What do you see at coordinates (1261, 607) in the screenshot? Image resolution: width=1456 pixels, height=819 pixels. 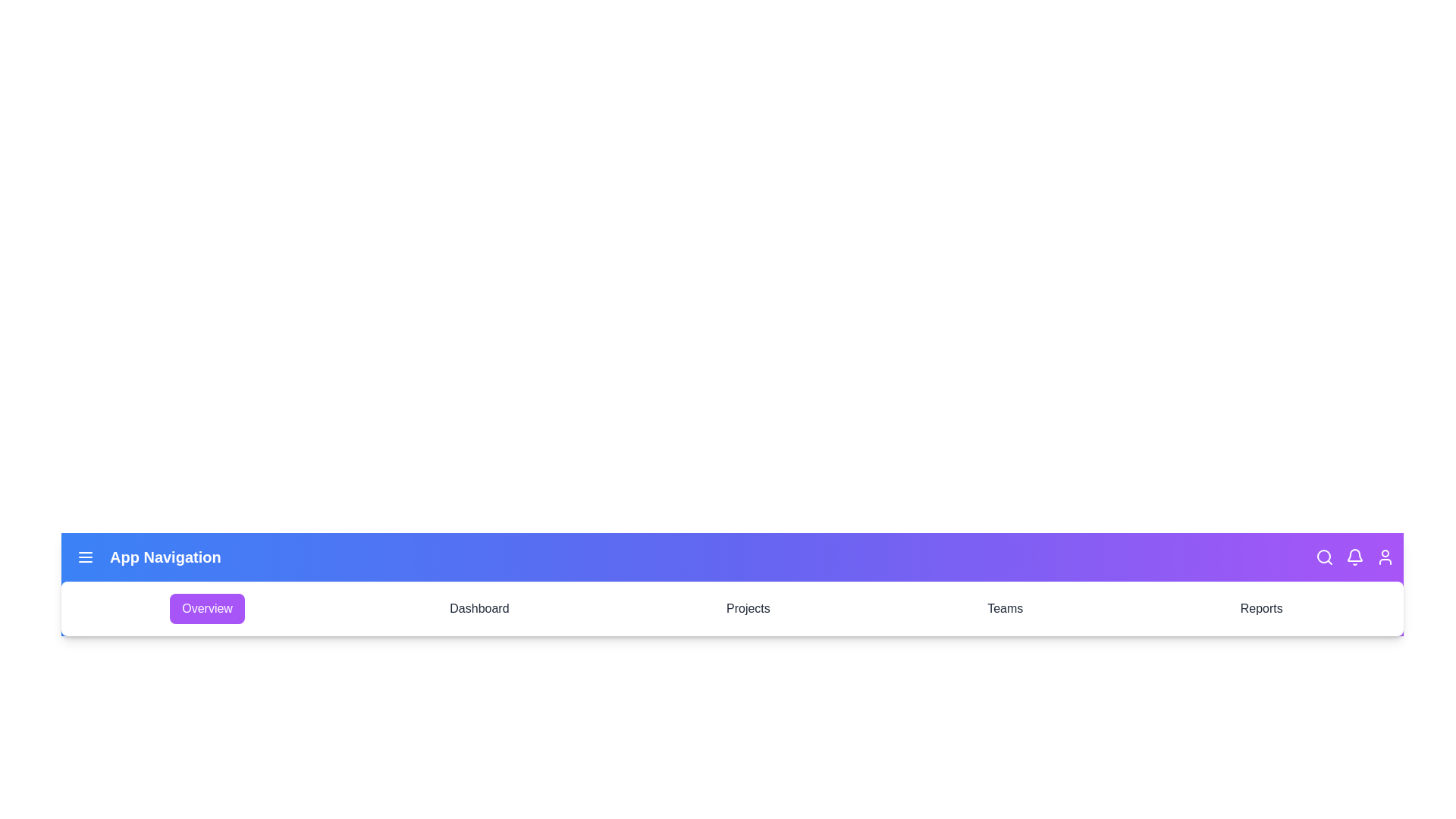 I see `the Reports tab to navigate to it` at bounding box center [1261, 607].